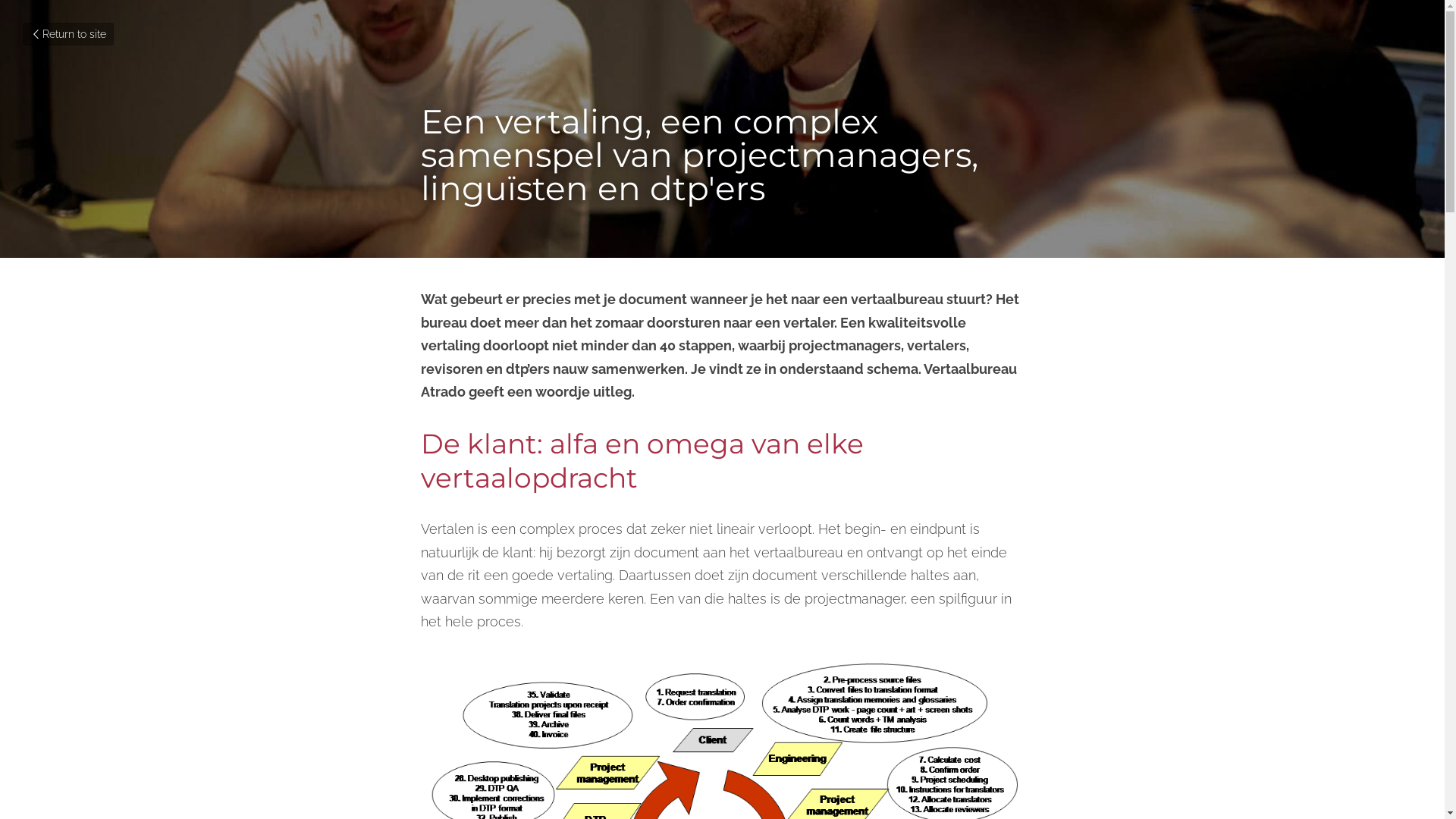  Describe the element at coordinates (67, 34) in the screenshot. I see `'Return to site'` at that location.